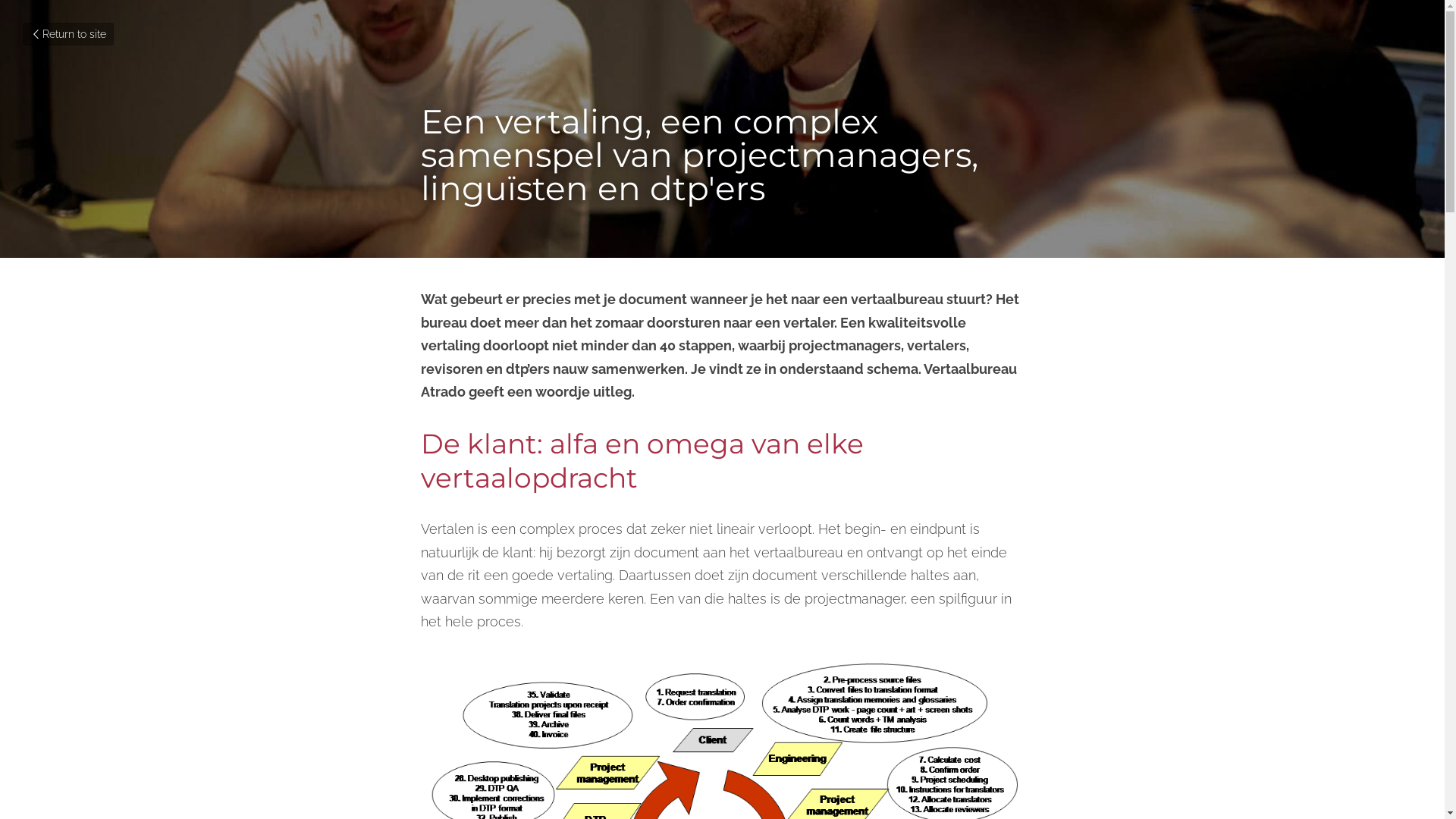  Describe the element at coordinates (67, 34) in the screenshot. I see `'Return to site'` at that location.